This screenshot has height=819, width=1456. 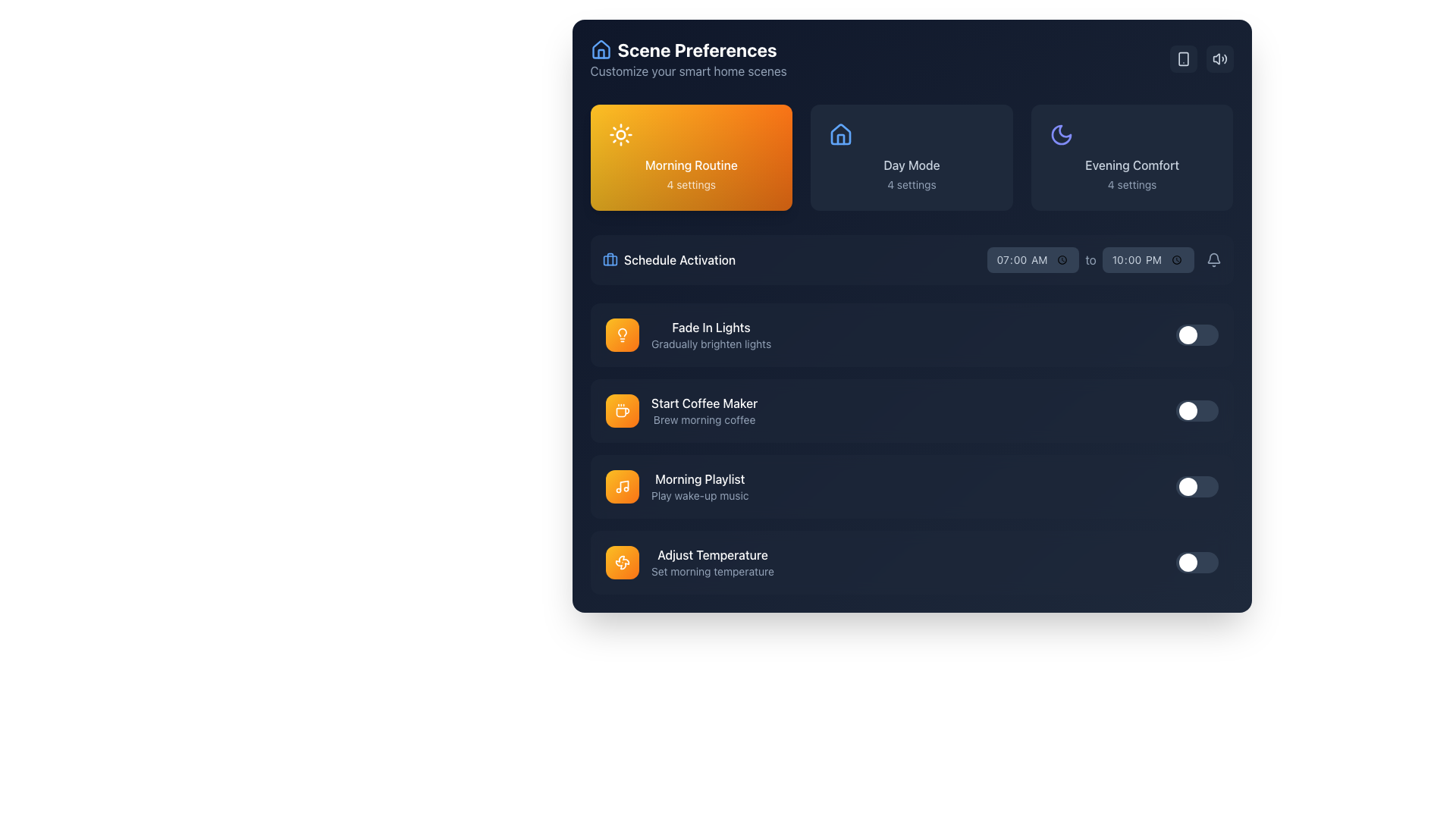 What do you see at coordinates (1213, 259) in the screenshot?
I see `the notification bell icon located at the top-right corner of the time range selector area` at bounding box center [1213, 259].